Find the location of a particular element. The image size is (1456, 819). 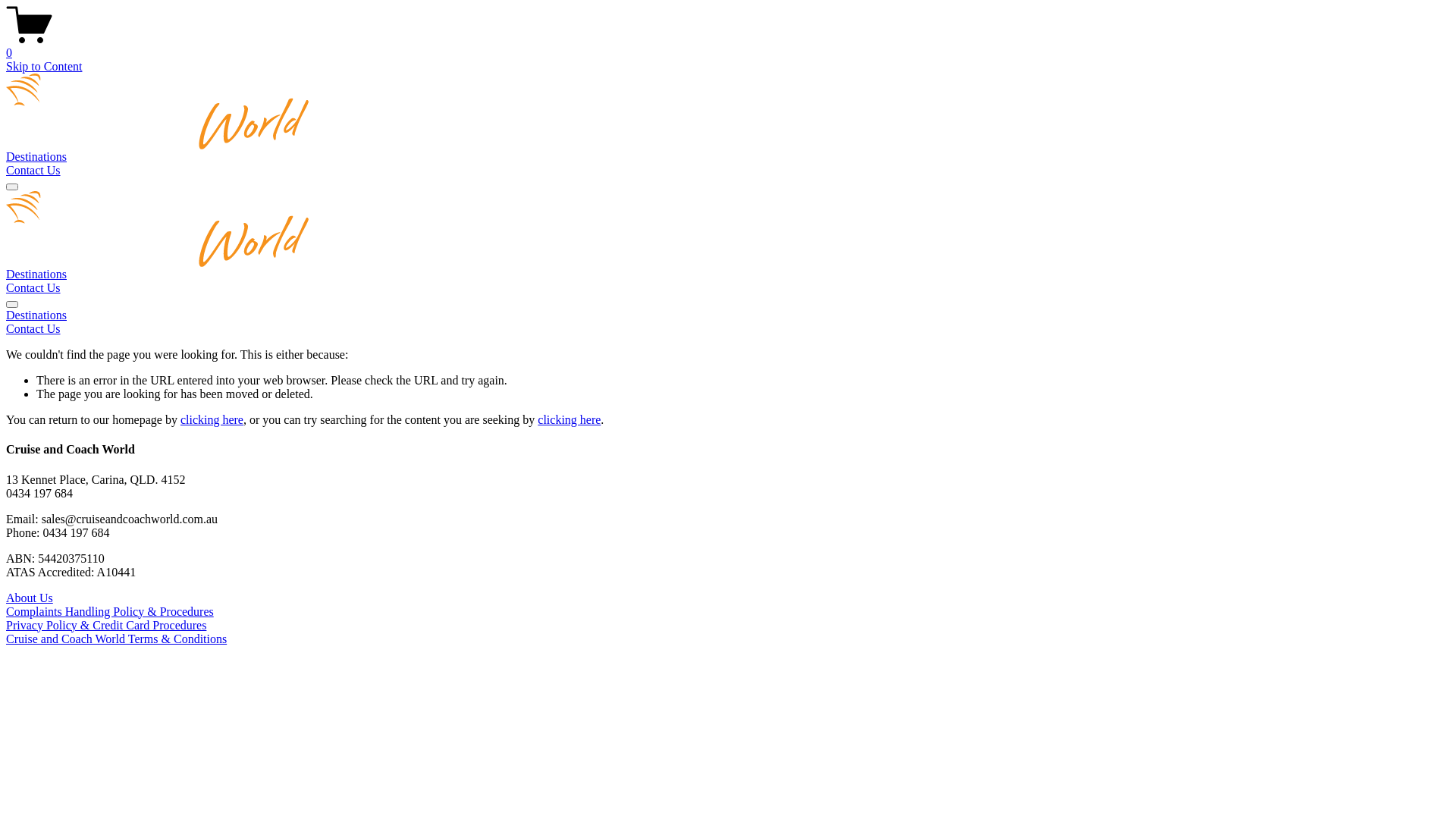

'clicking here' is located at coordinates (568, 419).